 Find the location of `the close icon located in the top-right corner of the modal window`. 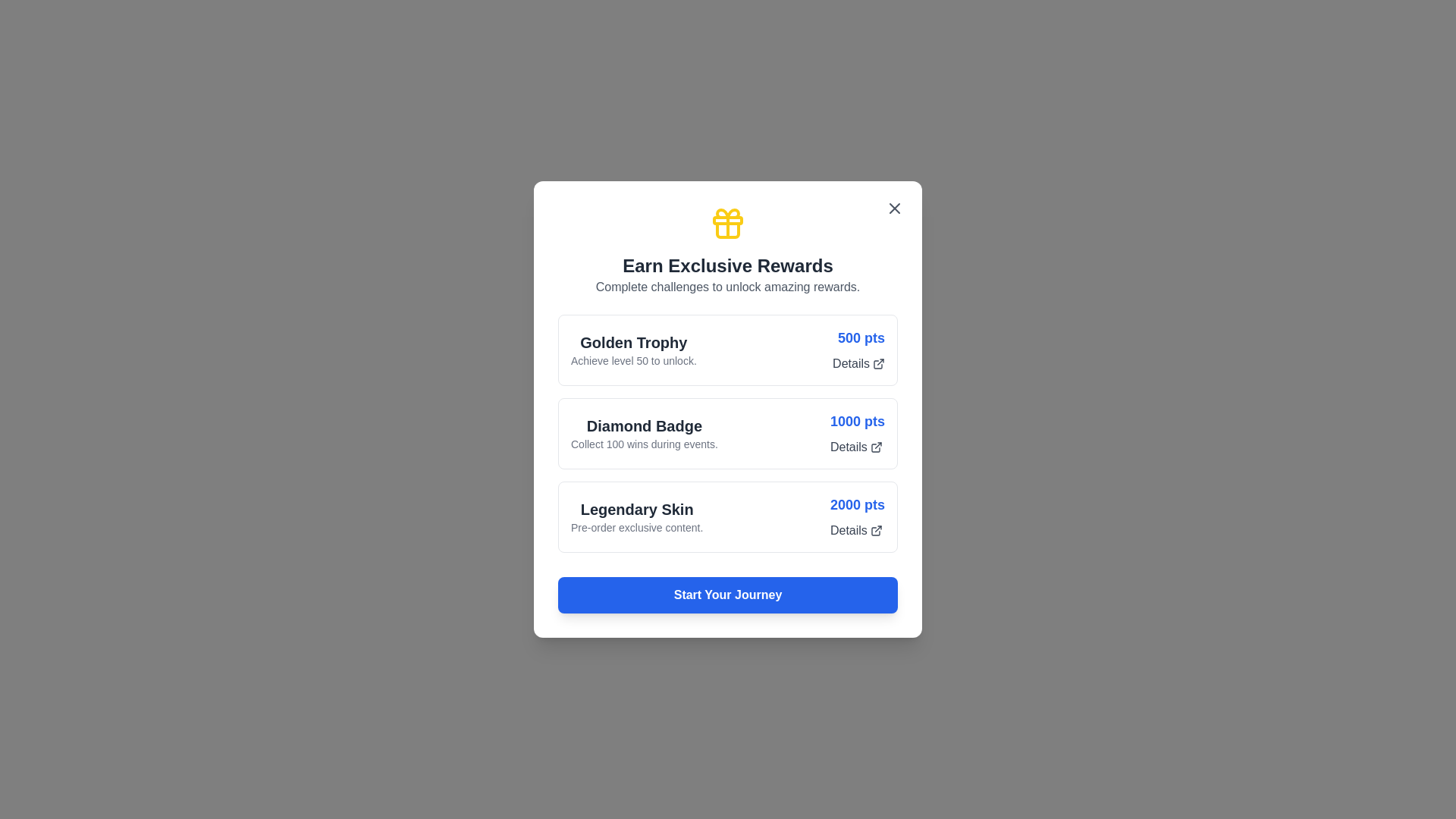

the close icon located in the top-right corner of the modal window is located at coordinates (895, 208).